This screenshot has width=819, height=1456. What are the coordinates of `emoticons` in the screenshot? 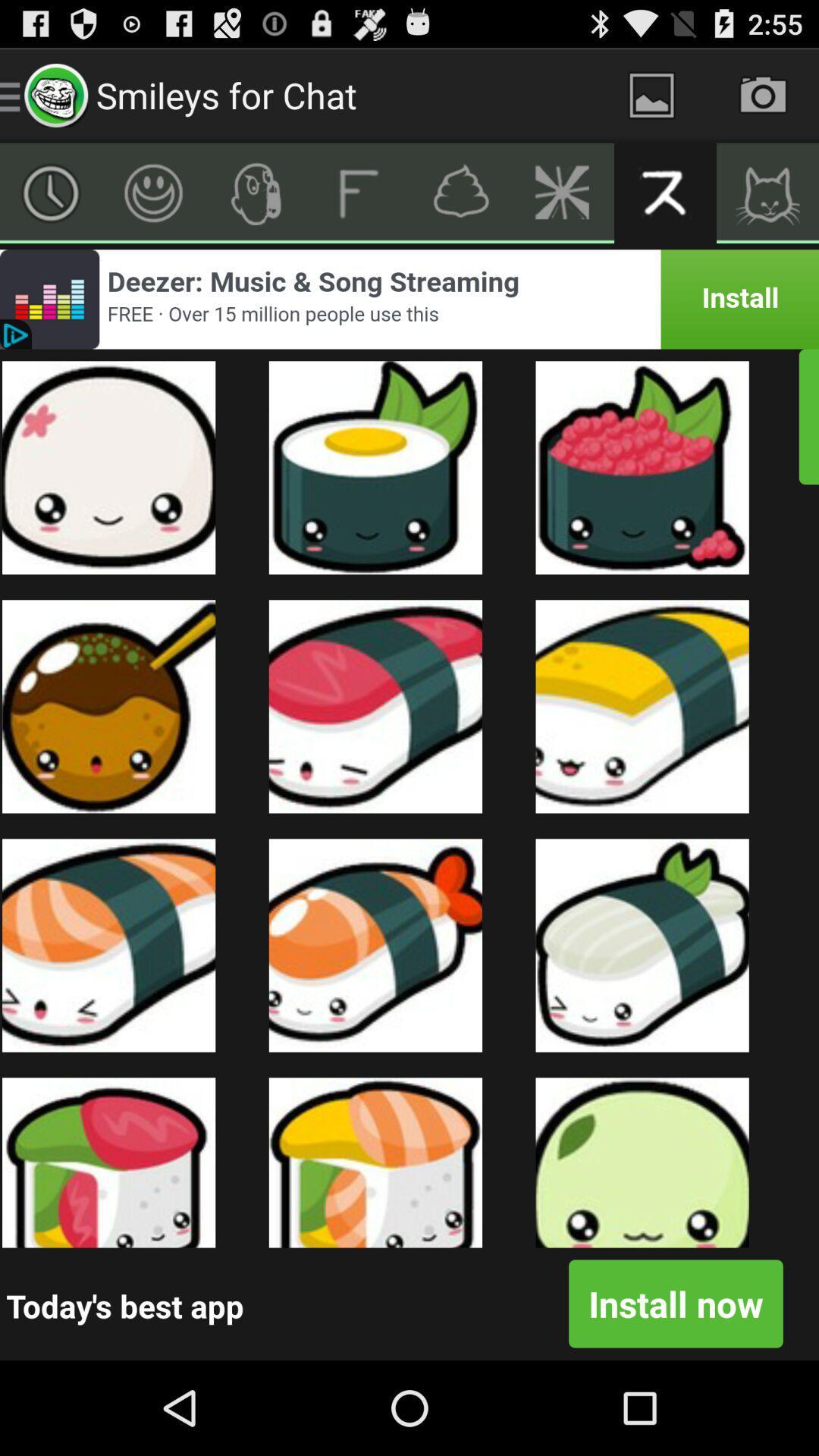 It's located at (153, 192).